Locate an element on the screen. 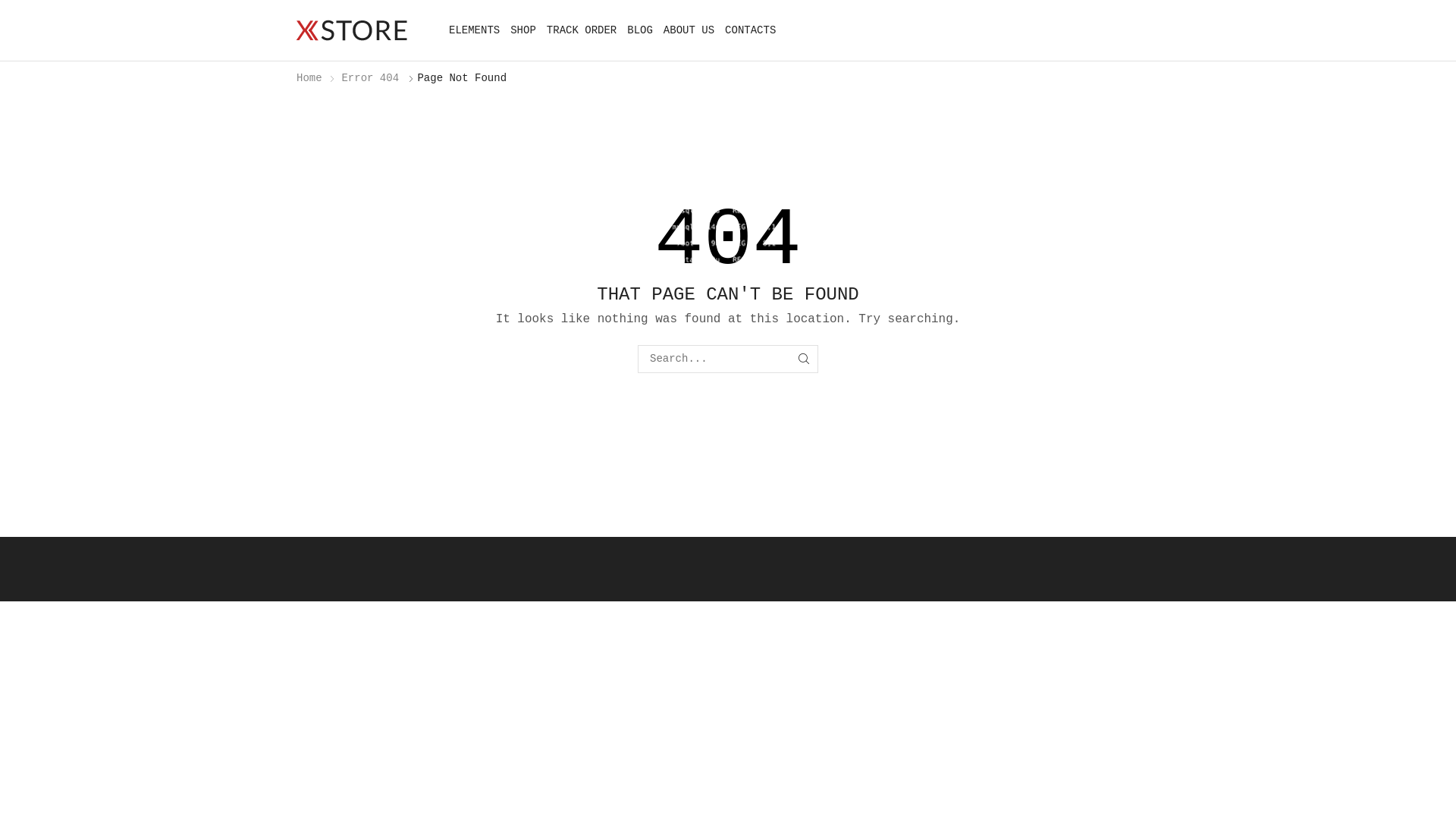  'CONTACTS' is located at coordinates (750, 30).